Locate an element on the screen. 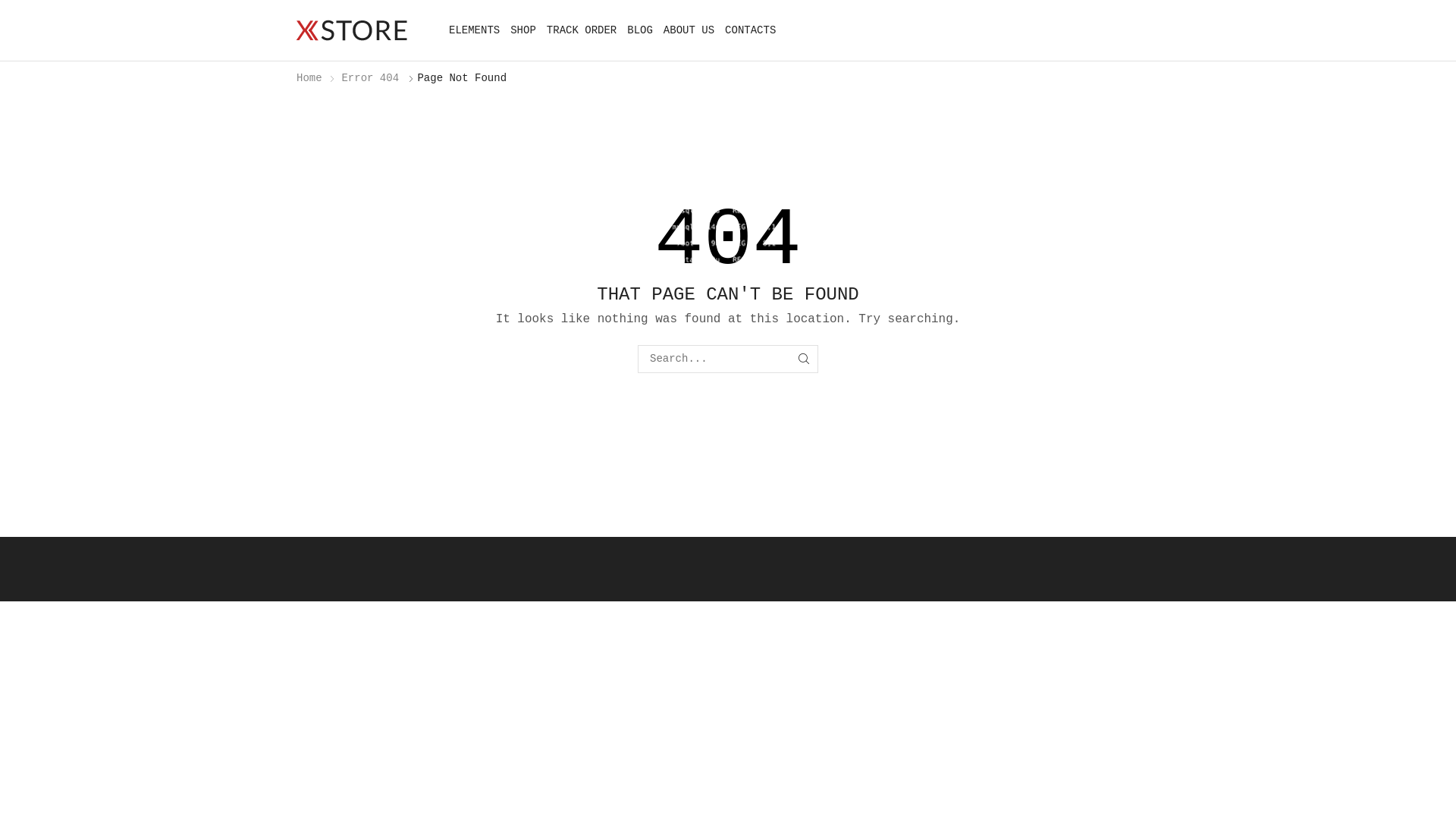  'CONTACTS' is located at coordinates (750, 30).